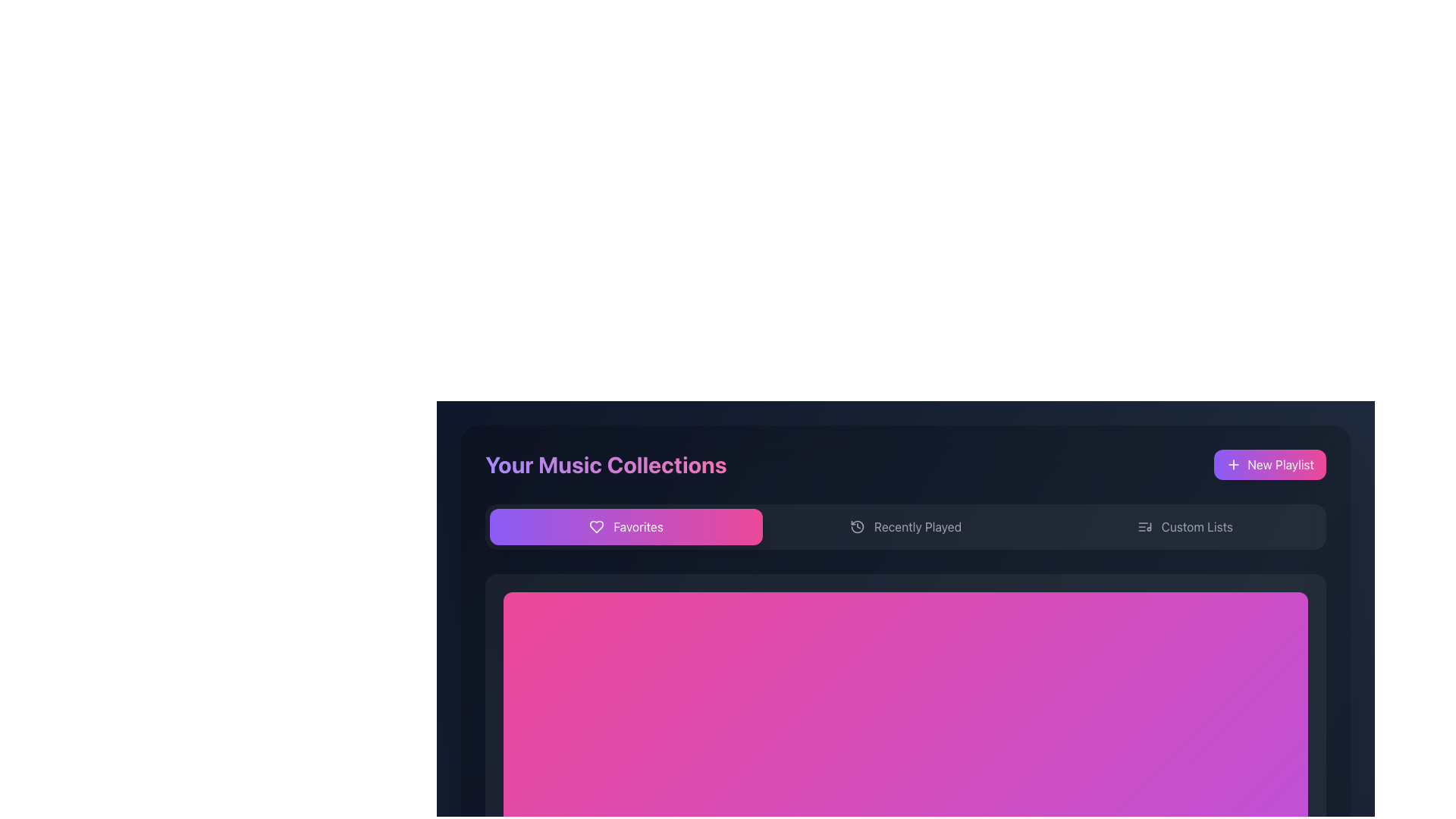  I want to click on the 'Recently Played' button, which is a rectangular button with a clockwise arrow icon, located in the navigation bar between 'Favorites' and 'Custom Lists', so click(905, 526).